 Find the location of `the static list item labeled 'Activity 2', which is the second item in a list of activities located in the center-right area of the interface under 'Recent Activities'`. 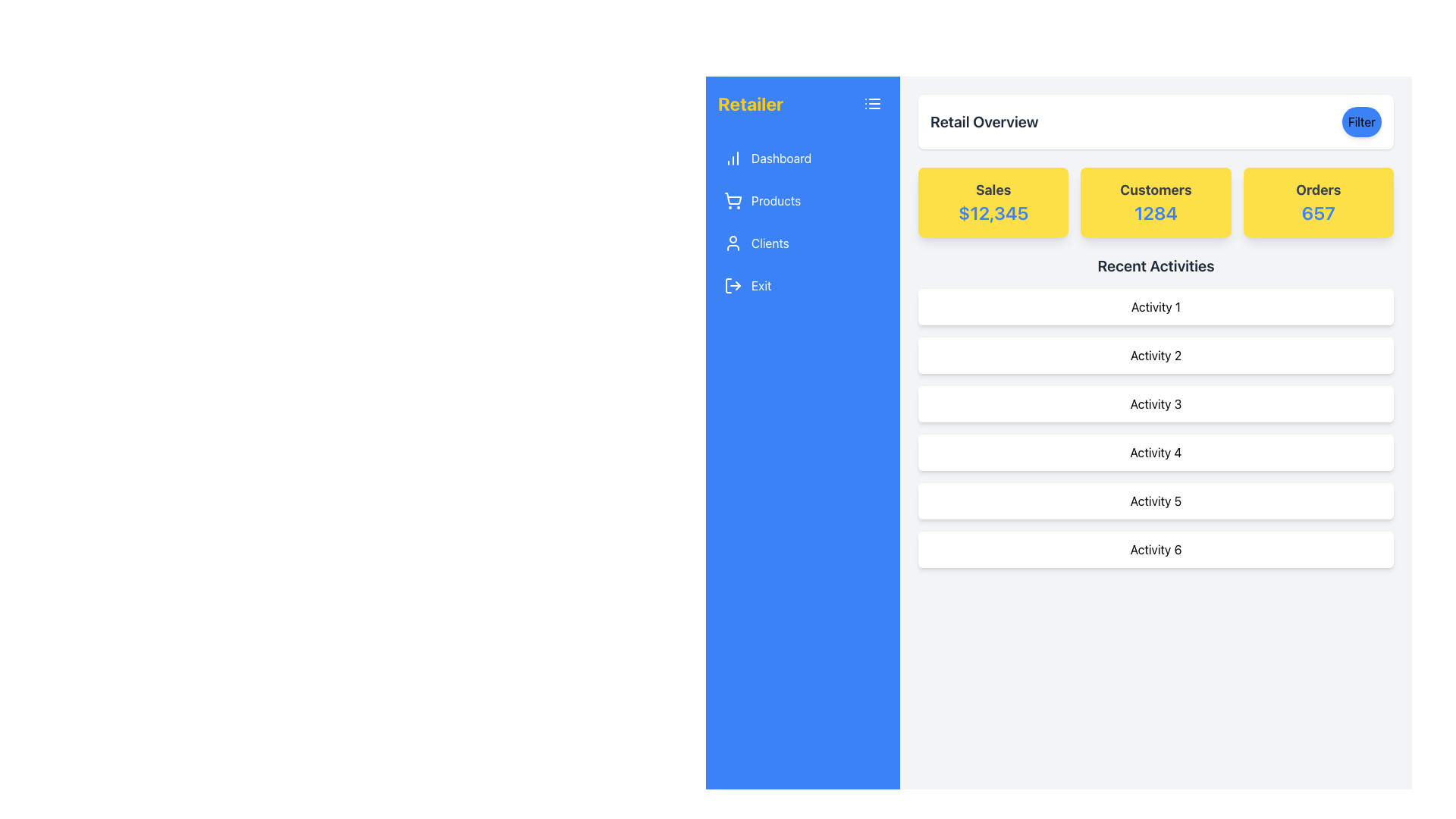

the static list item labeled 'Activity 2', which is the second item in a list of activities located in the center-right area of the interface under 'Recent Activities' is located at coordinates (1155, 356).